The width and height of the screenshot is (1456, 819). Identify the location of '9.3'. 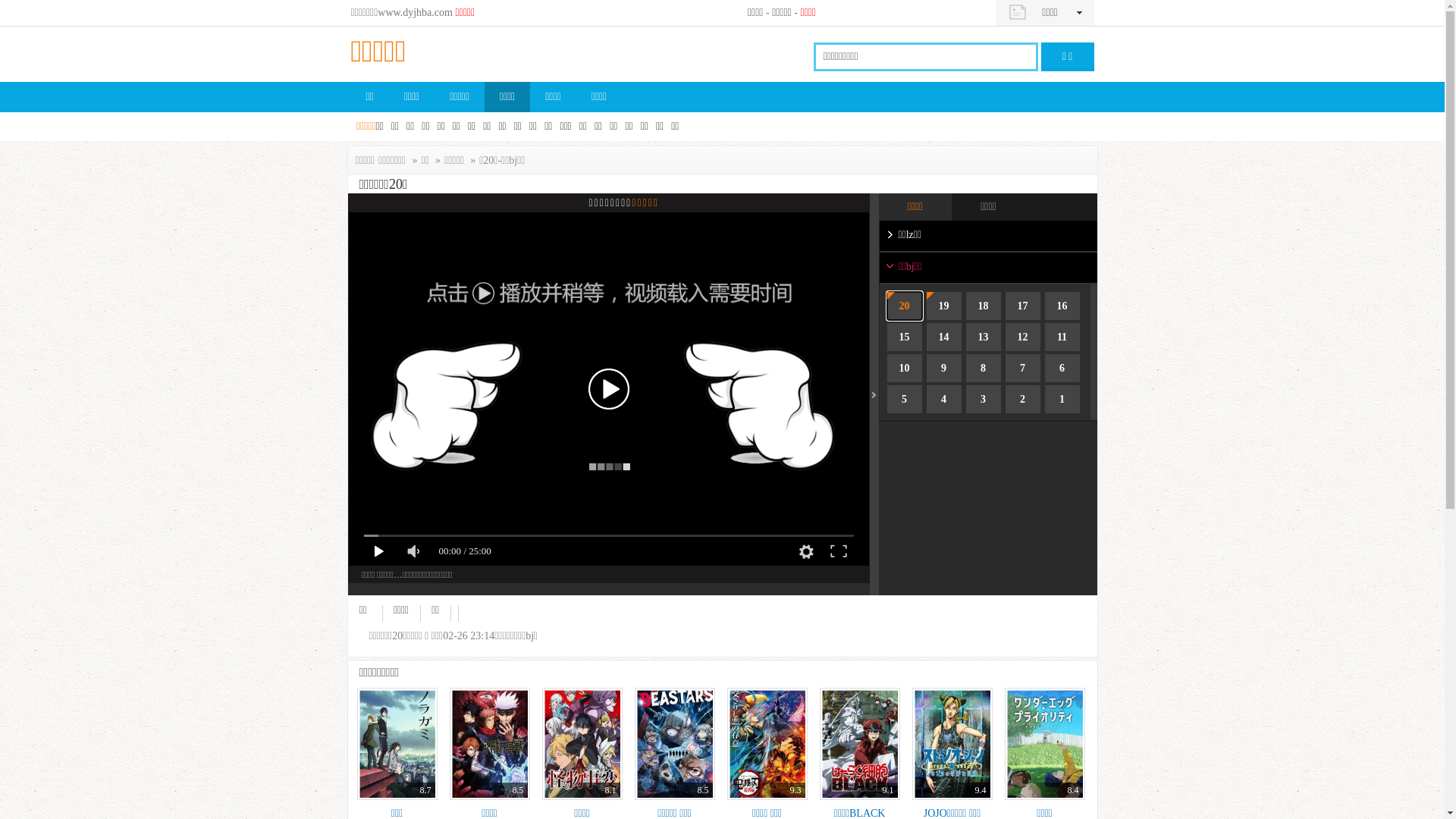
(767, 742).